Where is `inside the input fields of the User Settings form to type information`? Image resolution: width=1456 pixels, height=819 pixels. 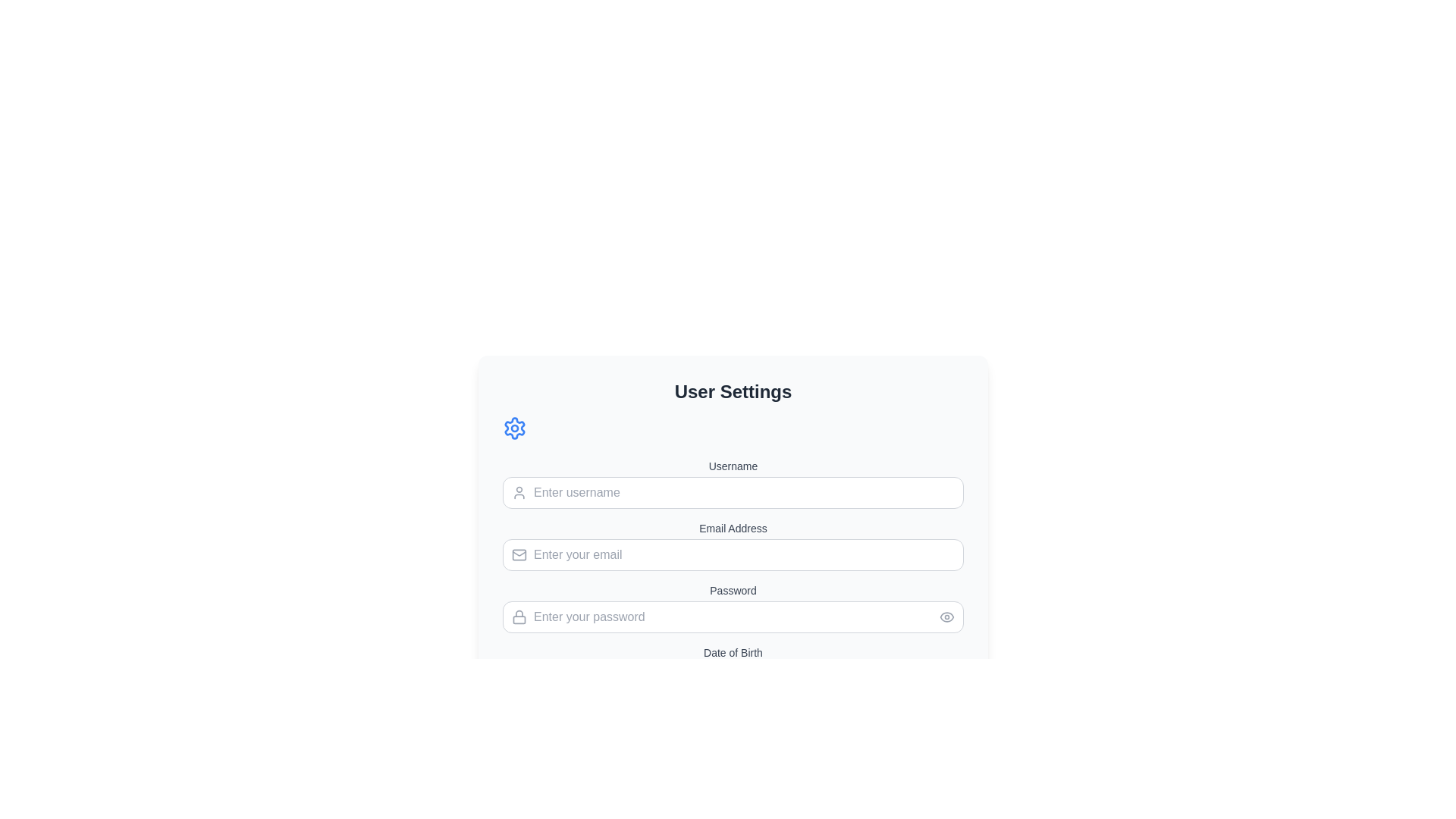
inside the input fields of the User Settings form to type information is located at coordinates (733, 599).